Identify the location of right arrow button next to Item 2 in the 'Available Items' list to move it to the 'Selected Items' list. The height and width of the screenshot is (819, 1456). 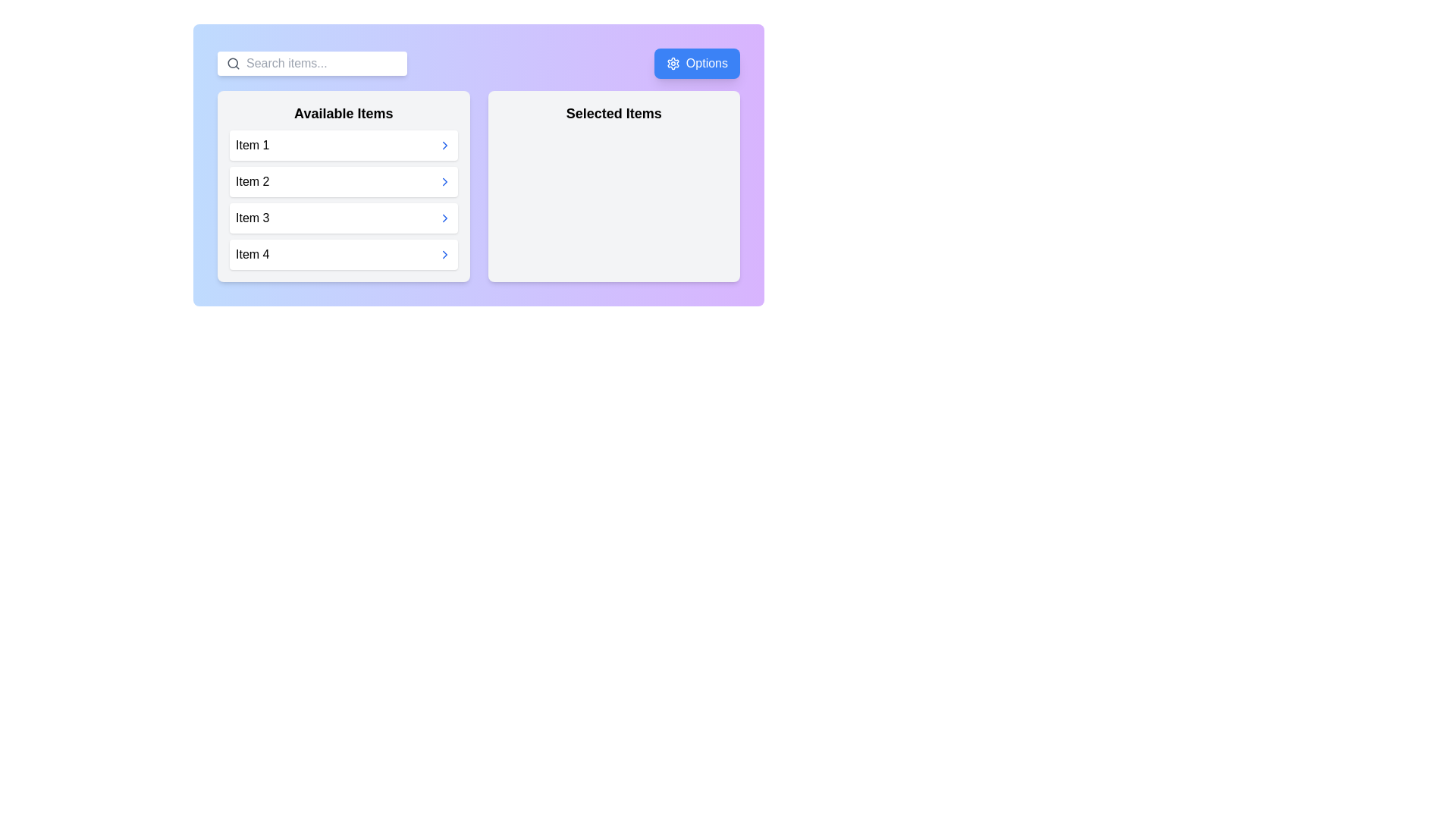
(444, 180).